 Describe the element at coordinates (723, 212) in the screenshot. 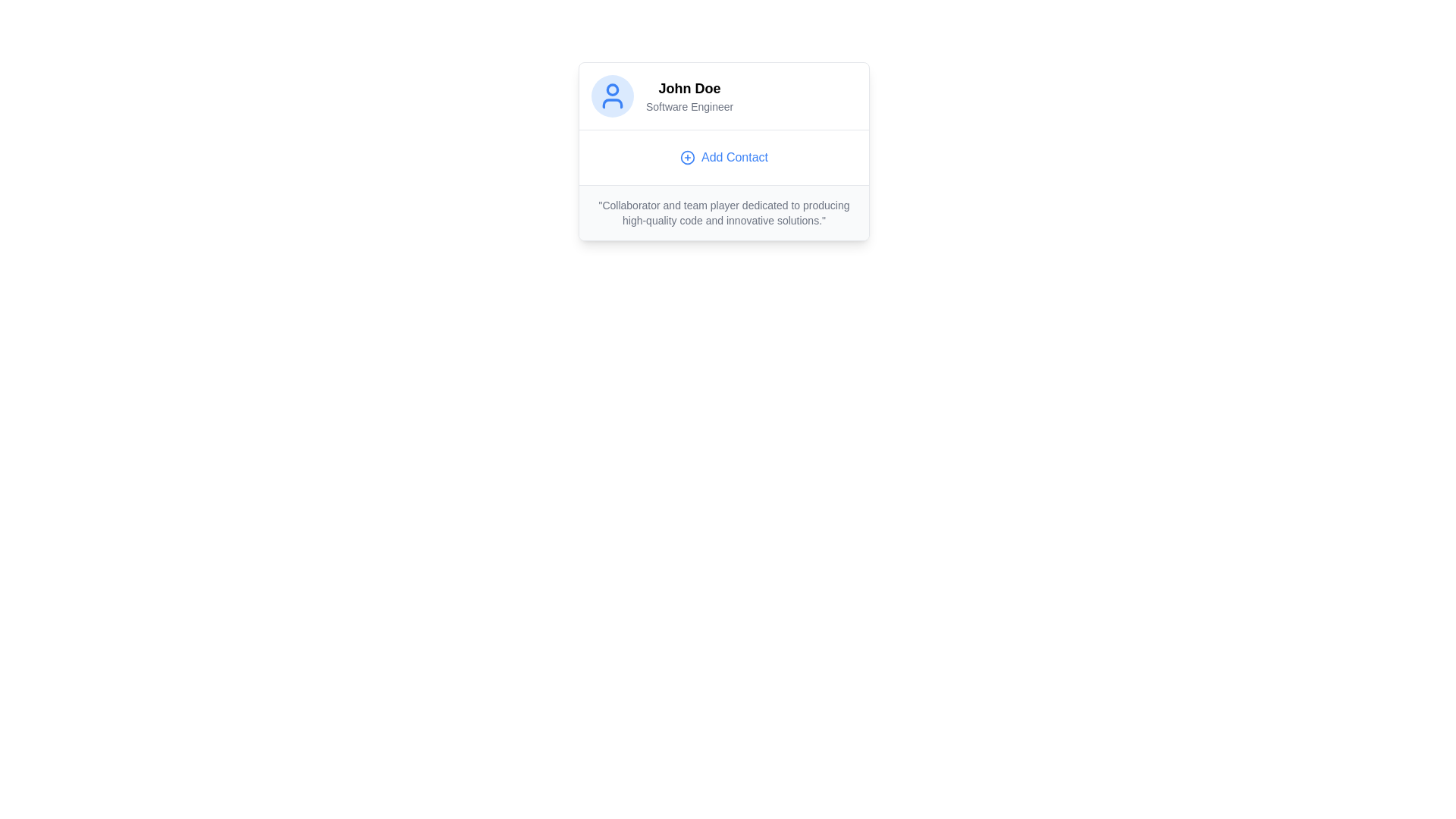

I see `the static text content block that provides a brief professional summary of John Doe, located beneath the 'Add Contact' button` at that location.